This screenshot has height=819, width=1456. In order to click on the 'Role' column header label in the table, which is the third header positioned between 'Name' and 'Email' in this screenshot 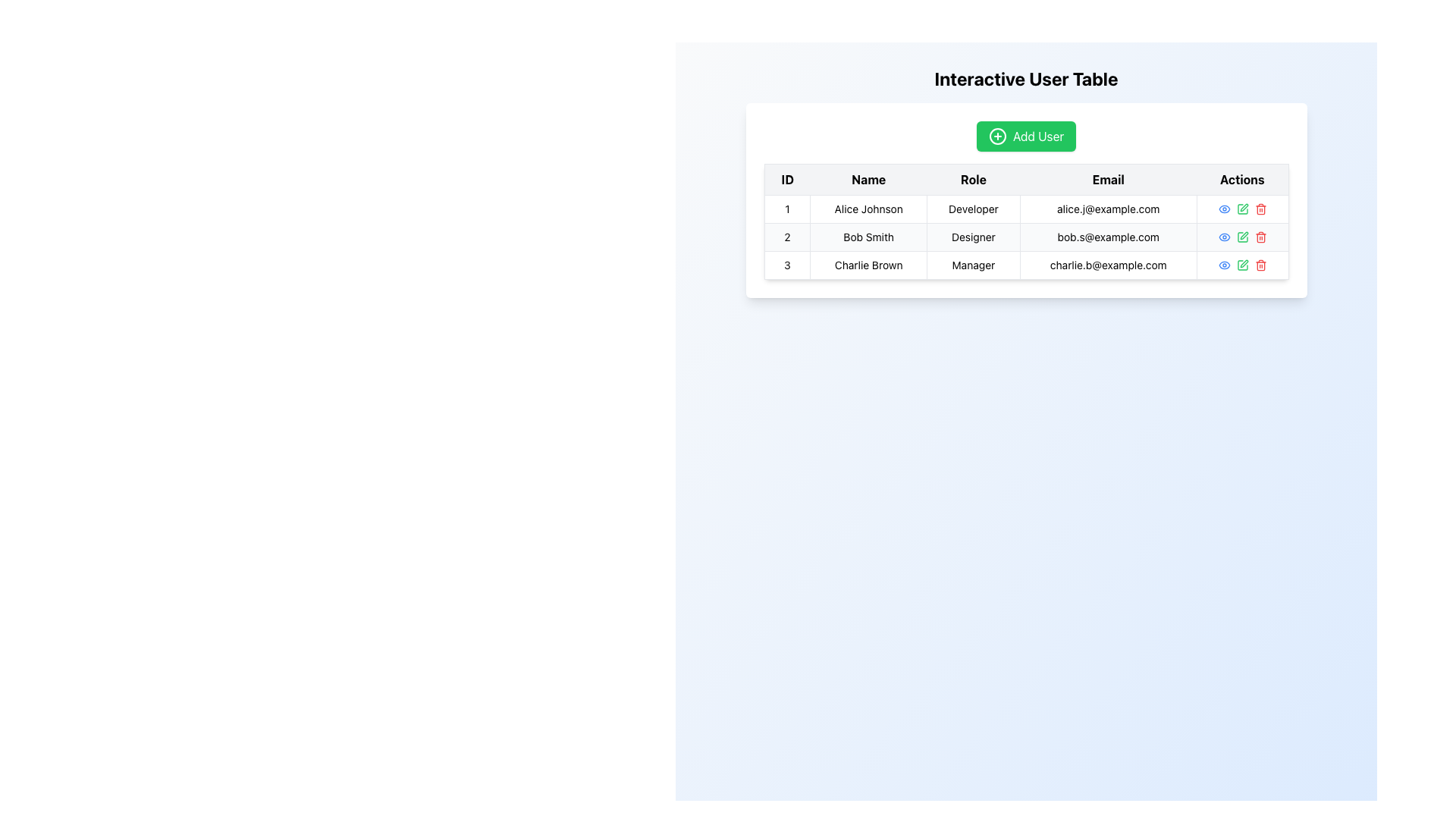, I will do `click(973, 178)`.